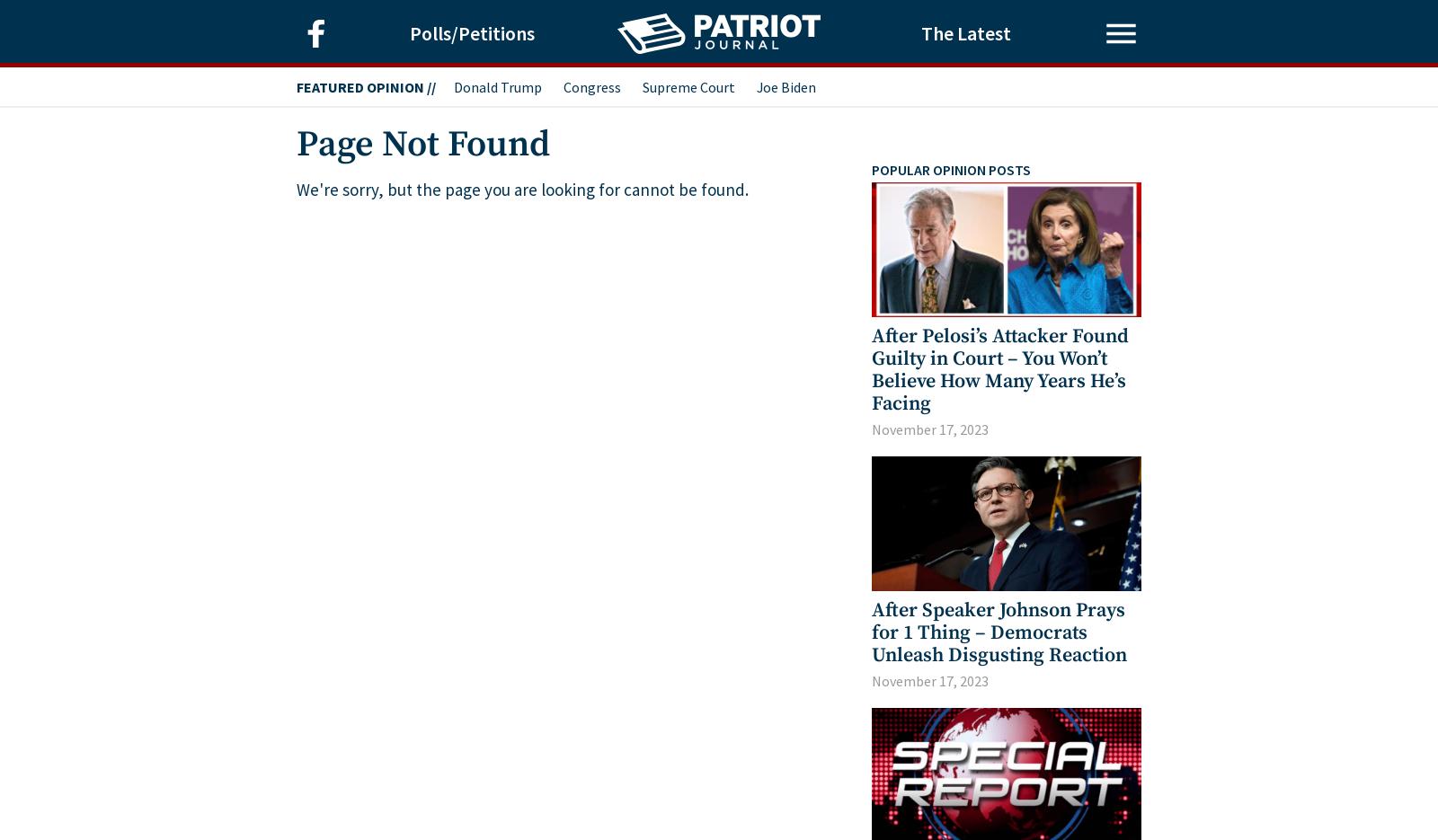  Describe the element at coordinates (497, 85) in the screenshot. I see `'Donald Trump'` at that location.